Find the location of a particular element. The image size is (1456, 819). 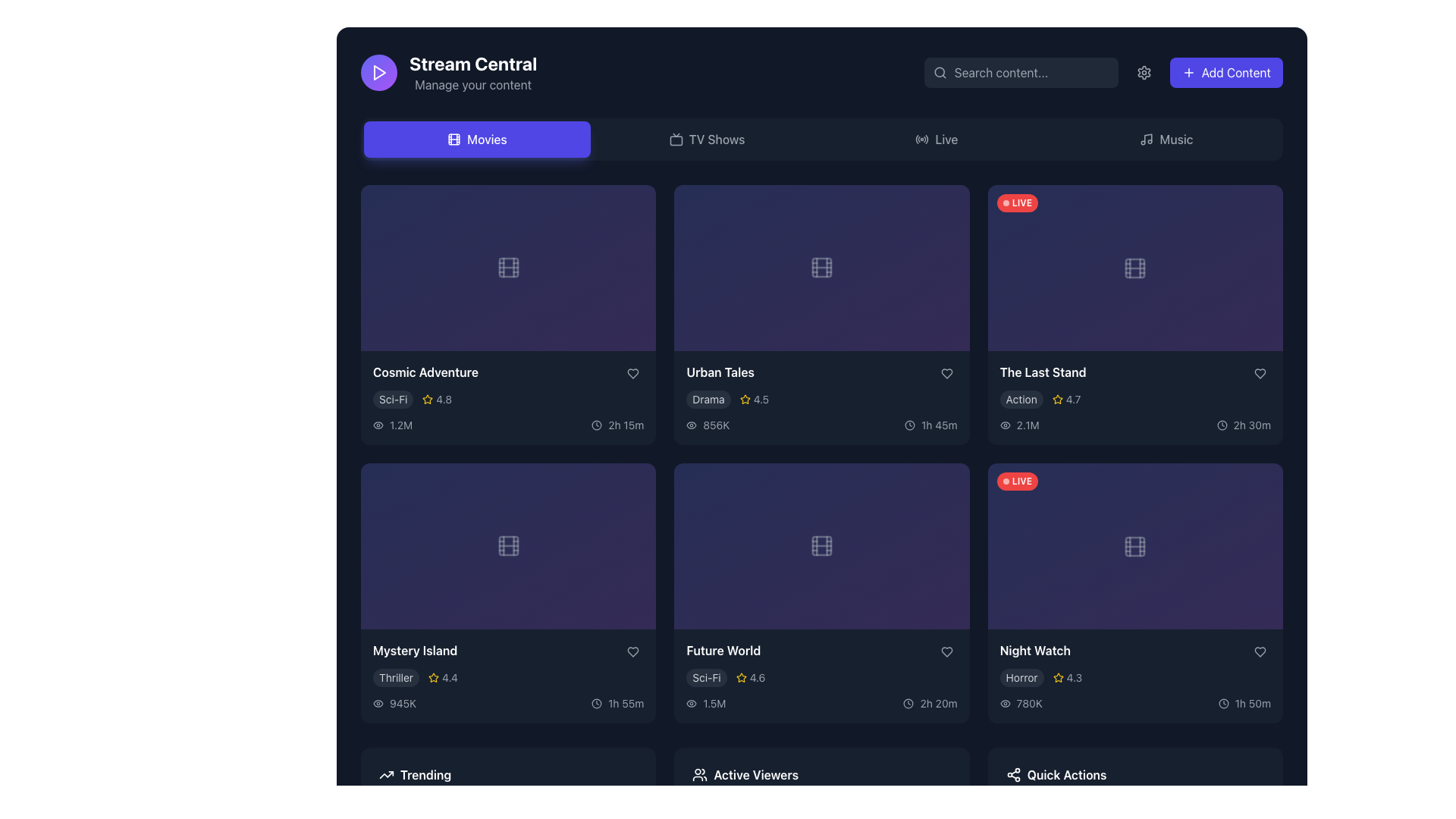

the clock icon representing the duration of the movie 'Urban Tales', located to the left of the duration text '1h 45m' is located at coordinates (910, 425).